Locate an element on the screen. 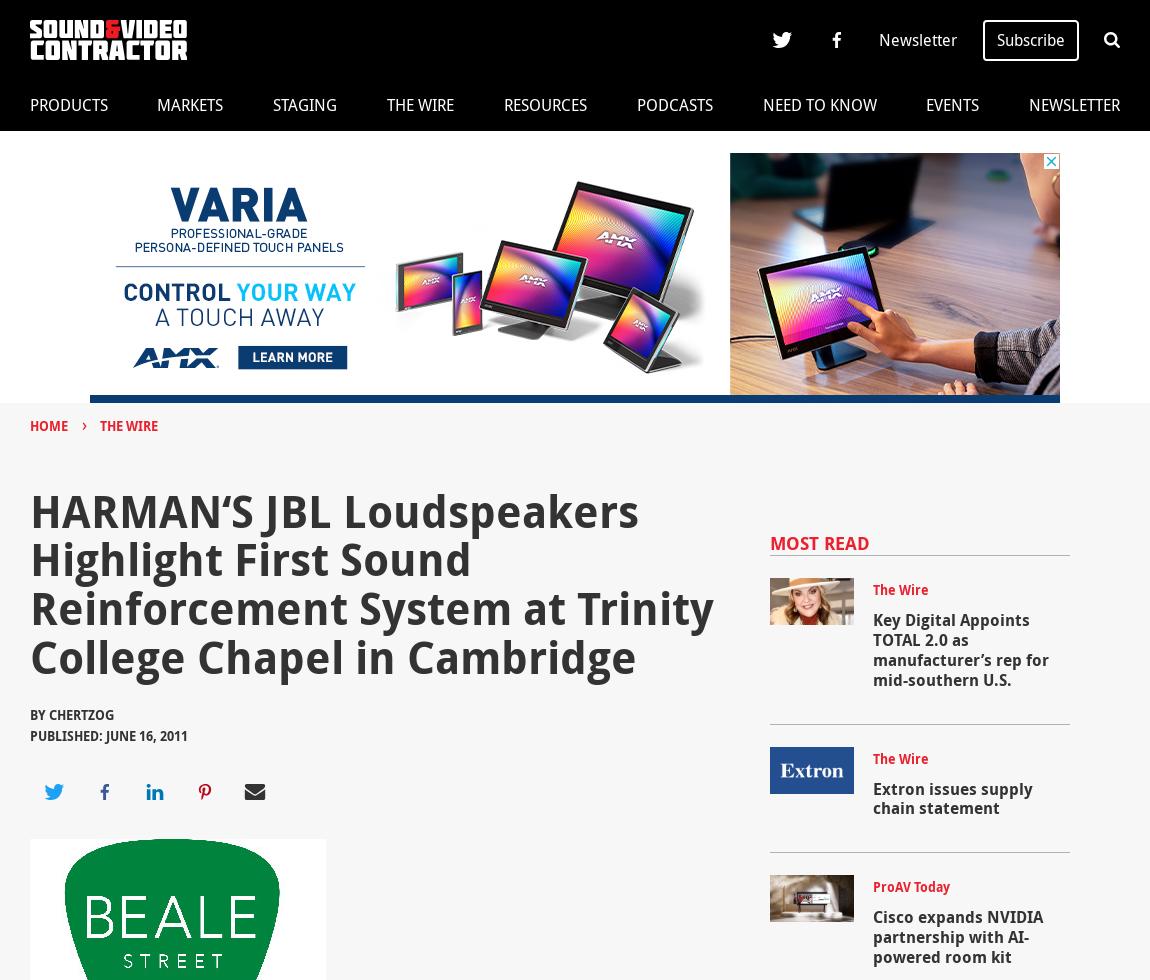 The image size is (1150, 980). 'Markets' is located at coordinates (188, 104).